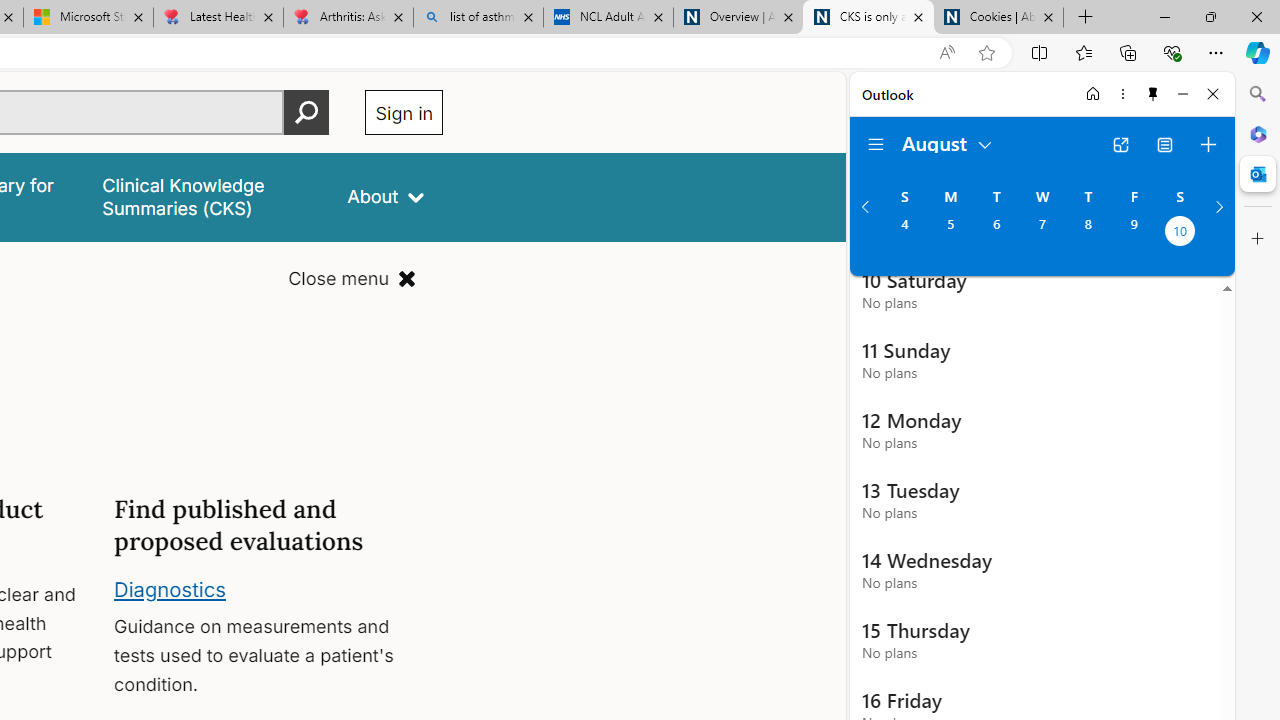  I want to click on 'Thursday, August 8, 2024. ', so click(1087, 232).